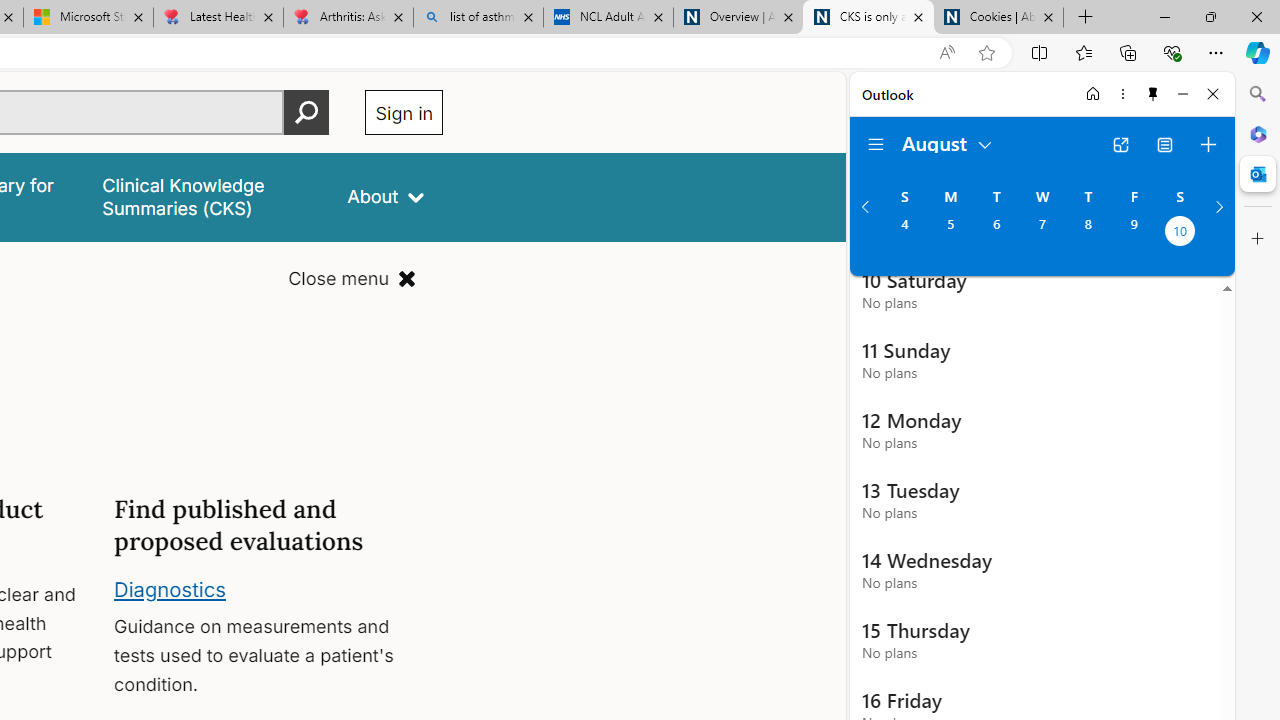  I want to click on 'Thursday, August 8, 2024. ', so click(1087, 232).